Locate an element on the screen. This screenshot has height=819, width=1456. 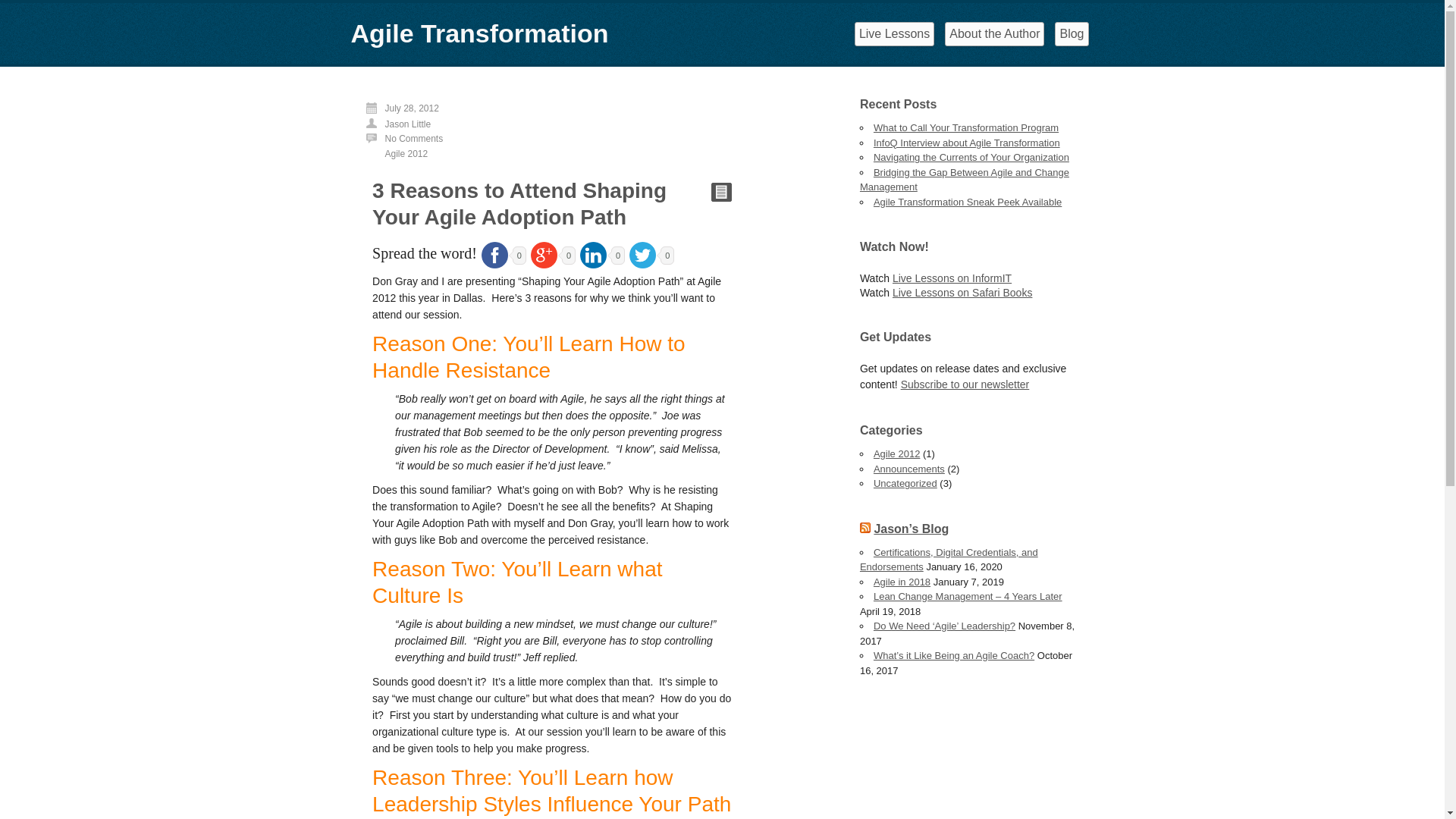
'About the Author' is located at coordinates (994, 34).